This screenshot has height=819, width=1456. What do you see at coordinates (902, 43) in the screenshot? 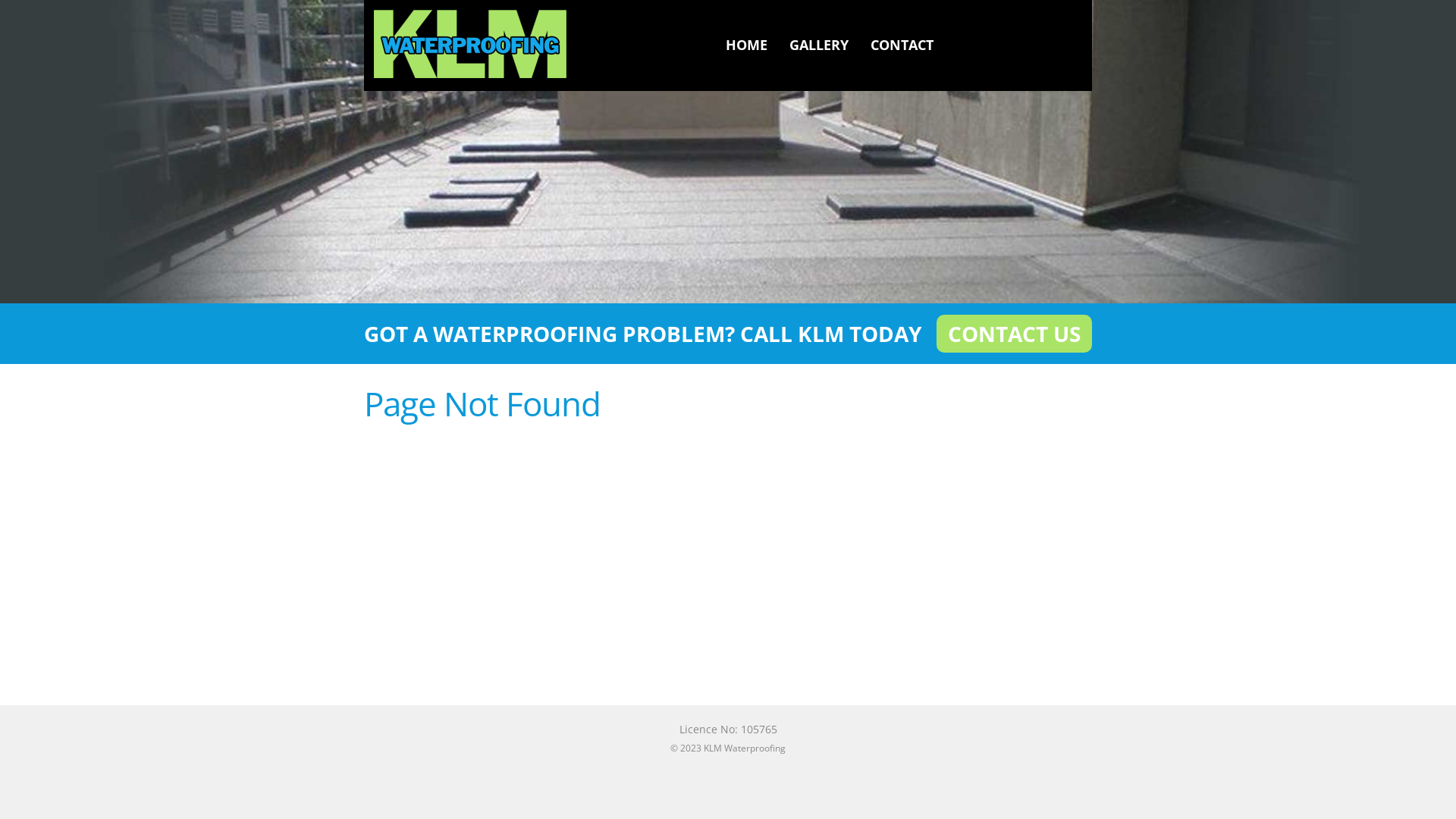
I see `'CONTACT'` at bounding box center [902, 43].